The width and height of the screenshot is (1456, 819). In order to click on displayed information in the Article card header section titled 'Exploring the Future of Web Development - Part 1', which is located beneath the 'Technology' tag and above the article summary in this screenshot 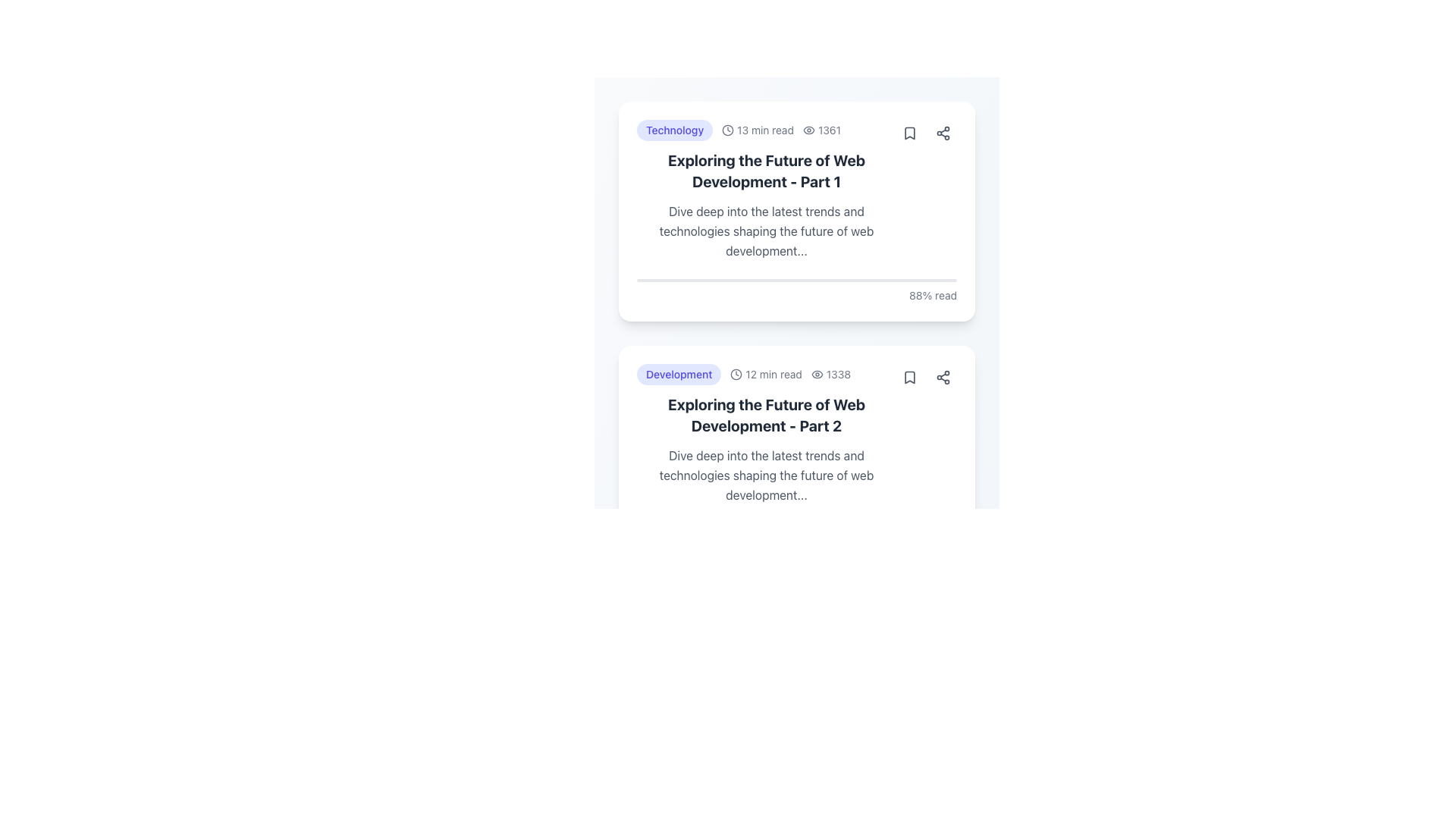, I will do `click(796, 189)`.